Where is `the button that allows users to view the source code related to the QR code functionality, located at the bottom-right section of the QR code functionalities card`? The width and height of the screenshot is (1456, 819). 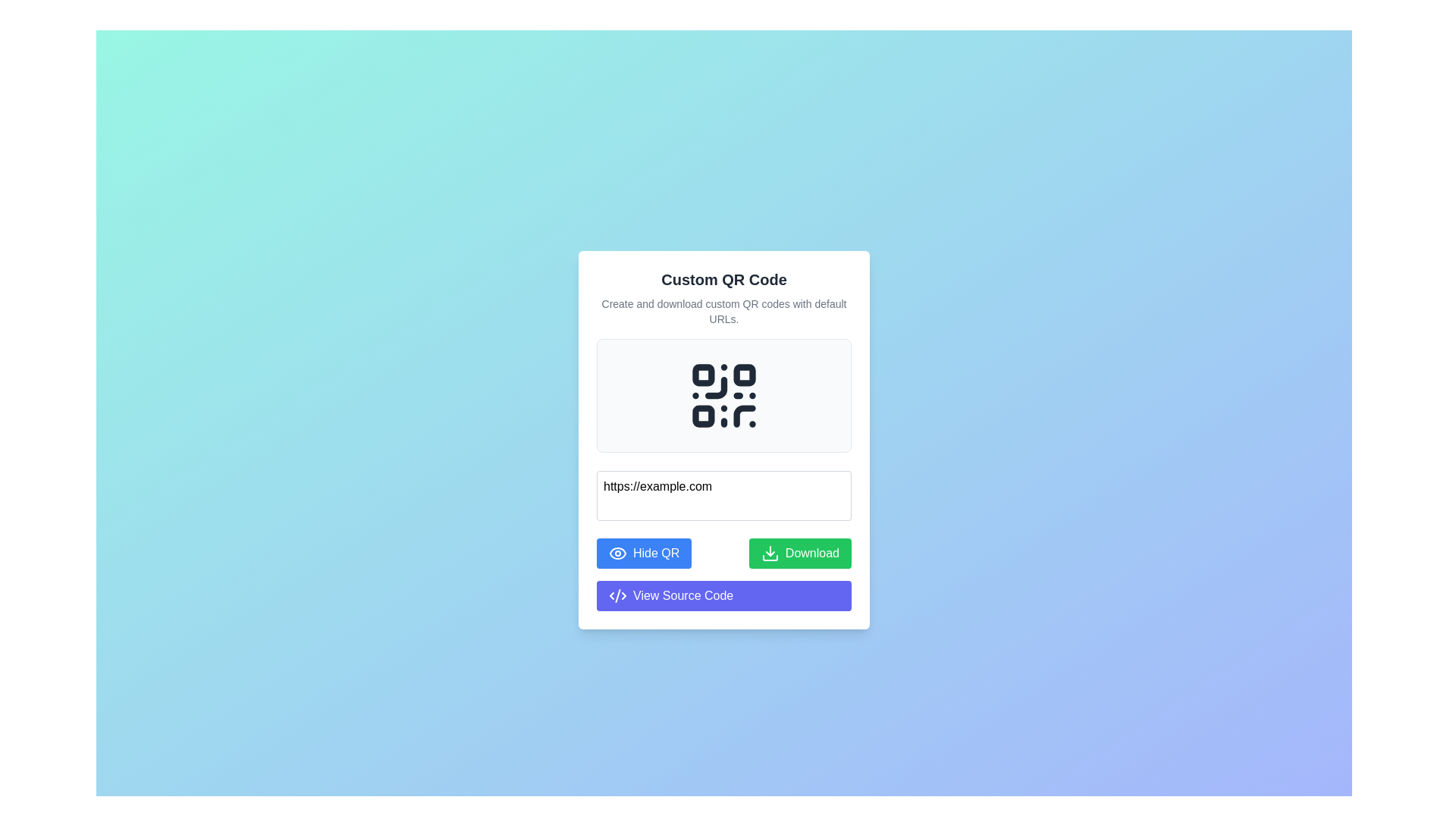
the button that allows users to view the source code related to the QR code functionality, located at the bottom-right section of the QR code functionalities card is located at coordinates (723, 595).